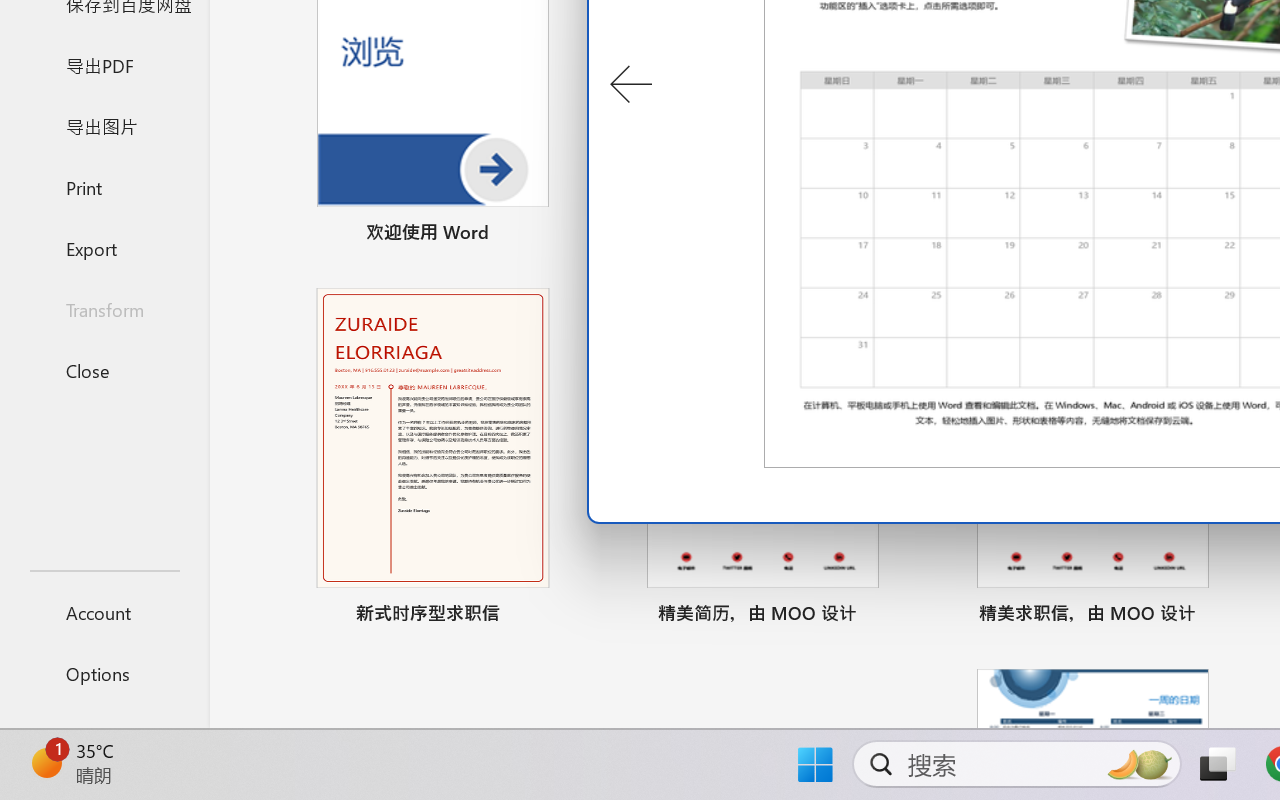  Describe the element at coordinates (1222, 616) in the screenshot. I see `'Pin to list'` at that location.